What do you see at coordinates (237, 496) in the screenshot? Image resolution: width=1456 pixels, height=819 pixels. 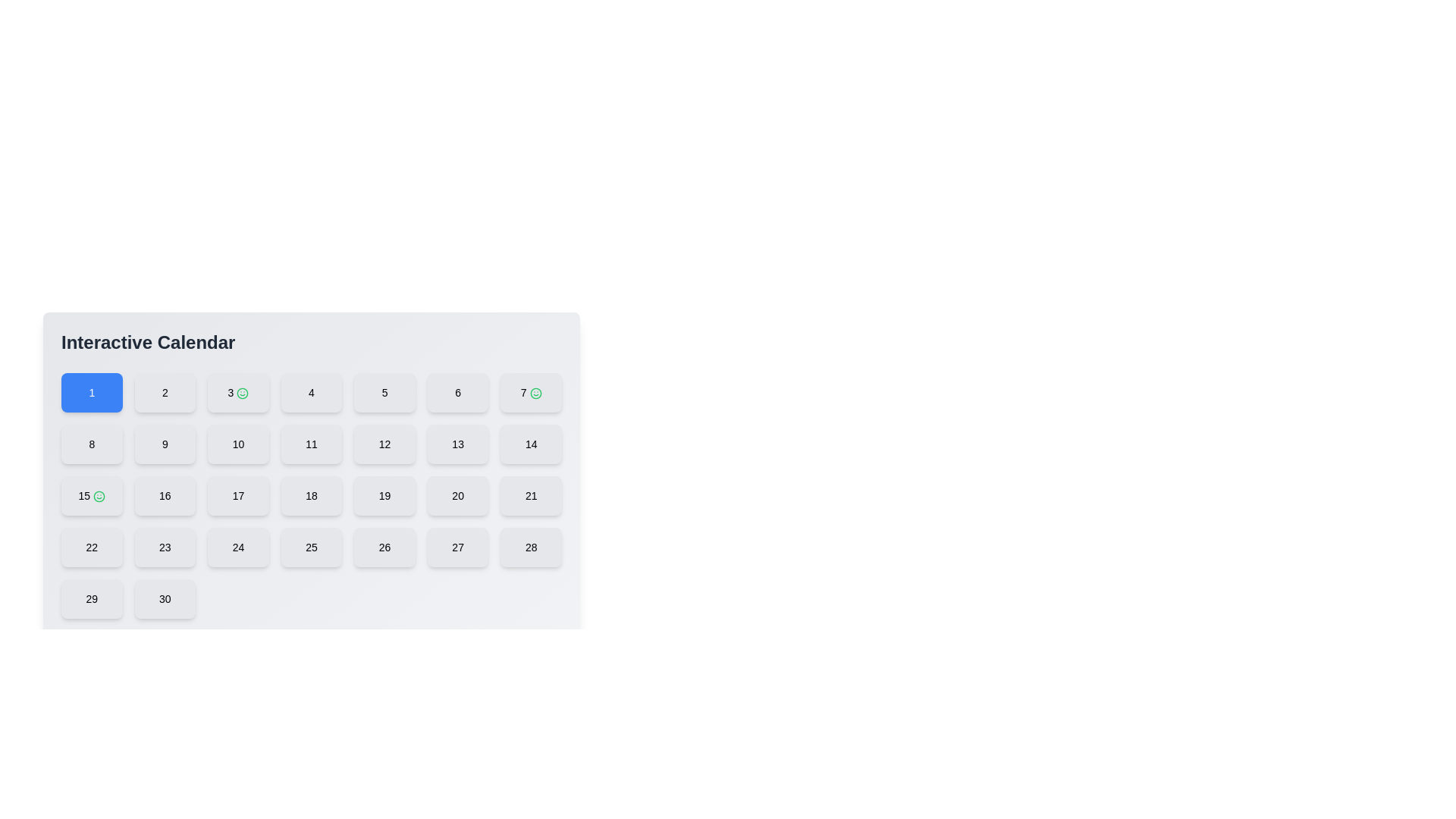 I see `the button labeled '17' in the calendar grid` at bounding box center [237, 496].